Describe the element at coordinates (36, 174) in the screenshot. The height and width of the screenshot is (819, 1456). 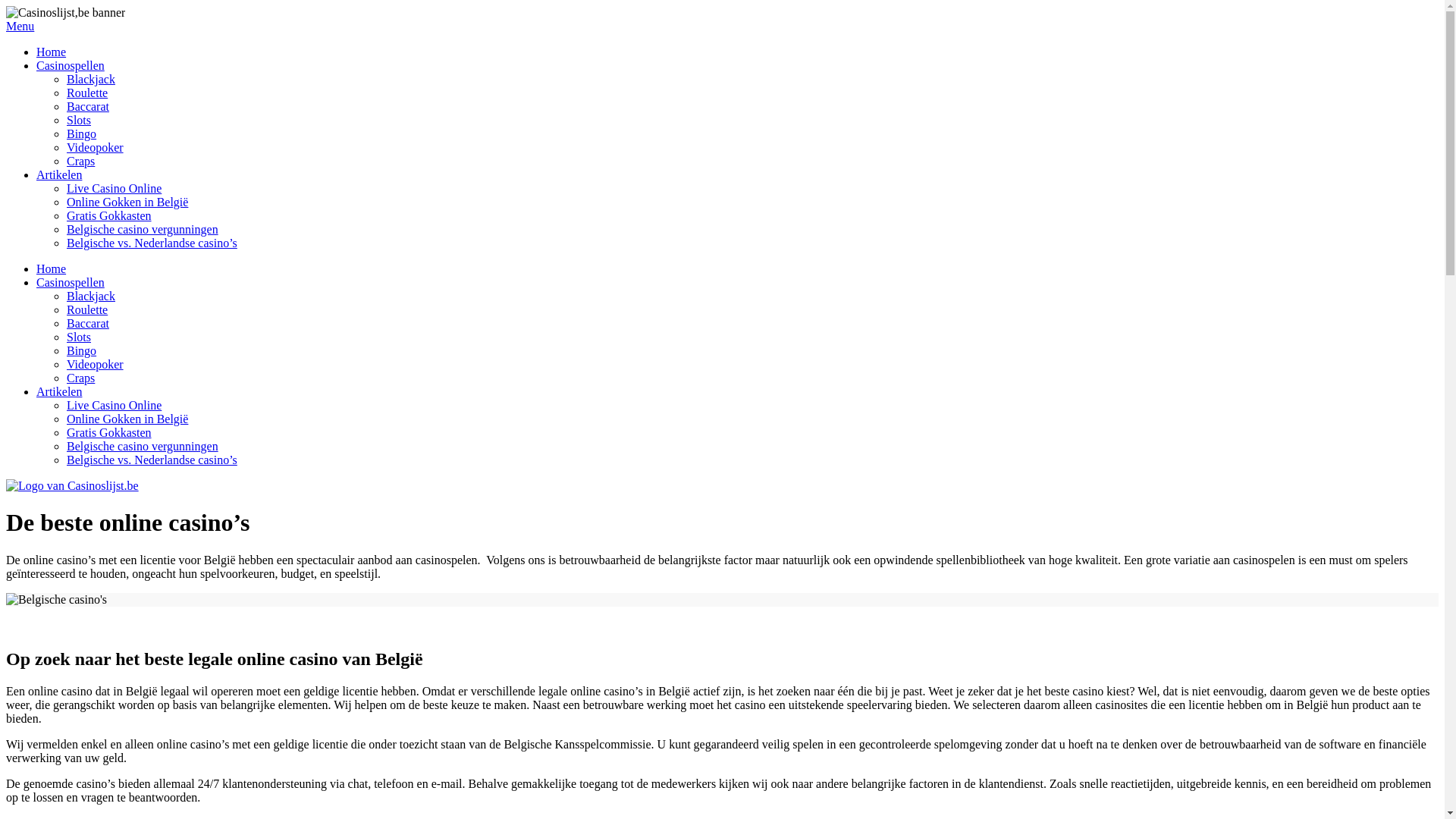
I see `'Artikelen'` at that location.